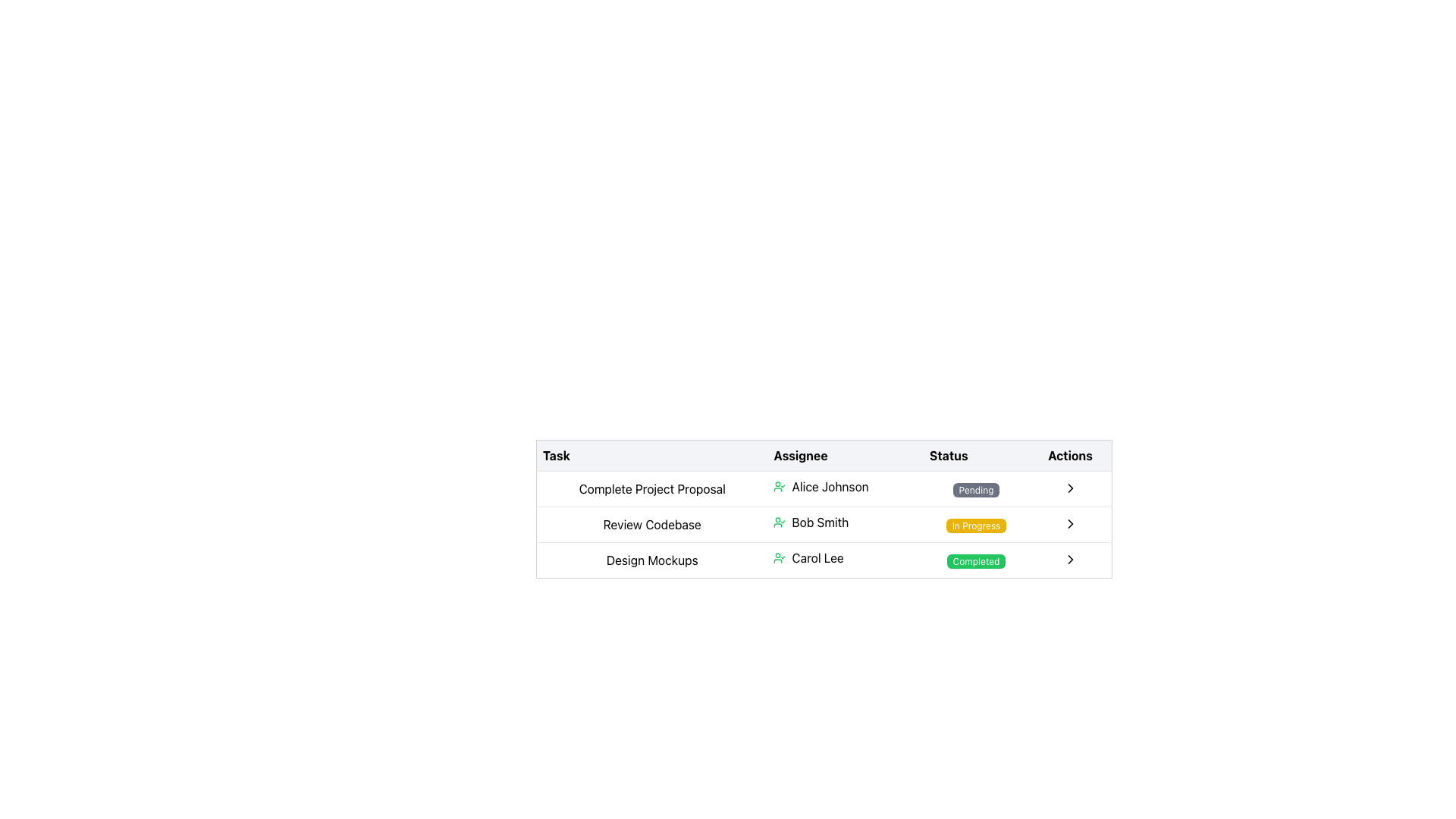 Image resolution: width=1456 pixels, height=819 pixels. I want to click on the 'Design Mockups' text label in the first column of the third row of the table, which serves as a descriptor for the task, so click(651, 560).